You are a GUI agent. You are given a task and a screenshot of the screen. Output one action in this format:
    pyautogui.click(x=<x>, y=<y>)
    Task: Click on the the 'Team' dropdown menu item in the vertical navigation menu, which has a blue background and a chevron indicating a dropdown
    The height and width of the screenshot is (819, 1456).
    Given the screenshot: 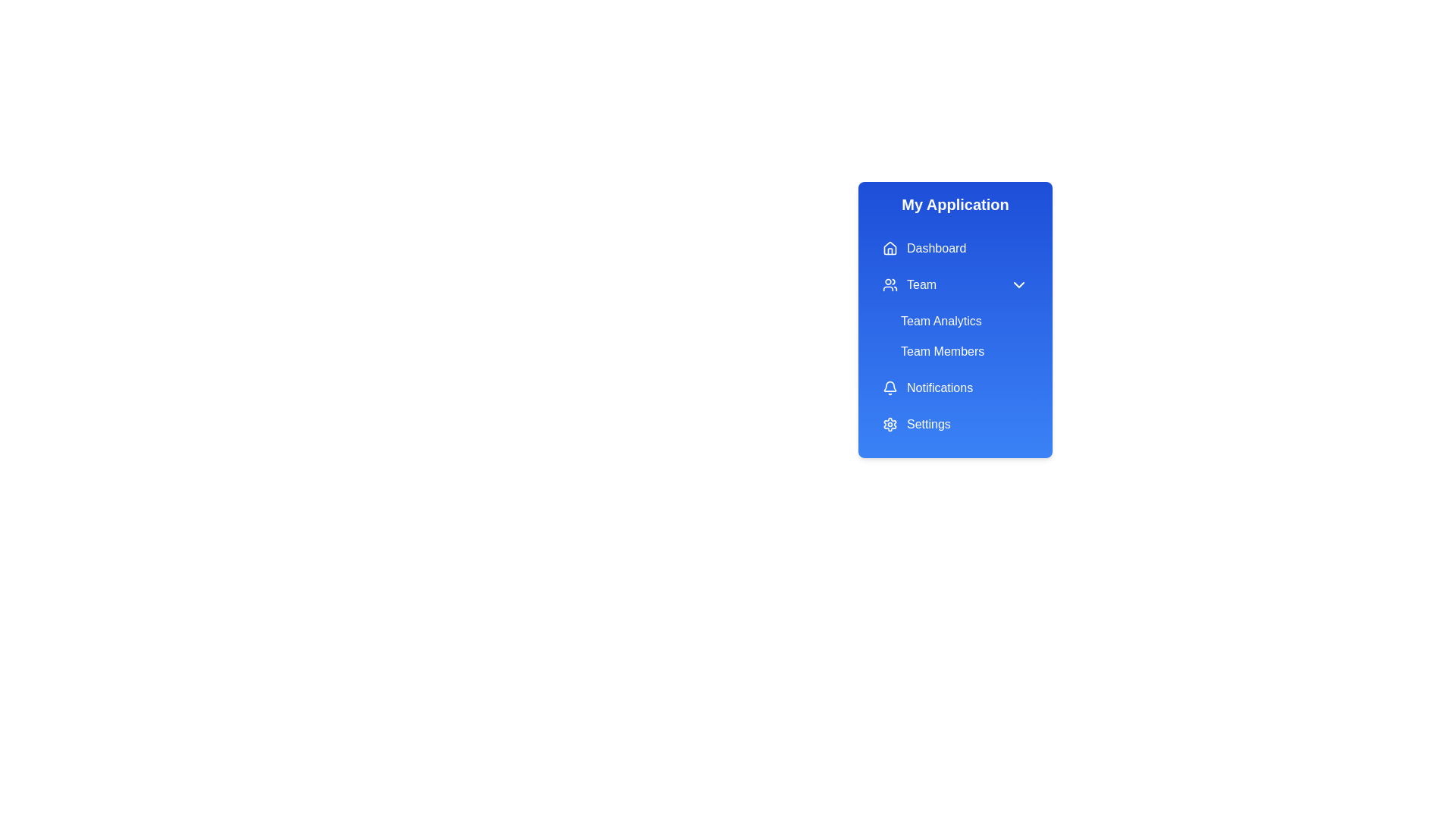 What is the action you would take?
    pyautogui.click(x=954, y=284)
    